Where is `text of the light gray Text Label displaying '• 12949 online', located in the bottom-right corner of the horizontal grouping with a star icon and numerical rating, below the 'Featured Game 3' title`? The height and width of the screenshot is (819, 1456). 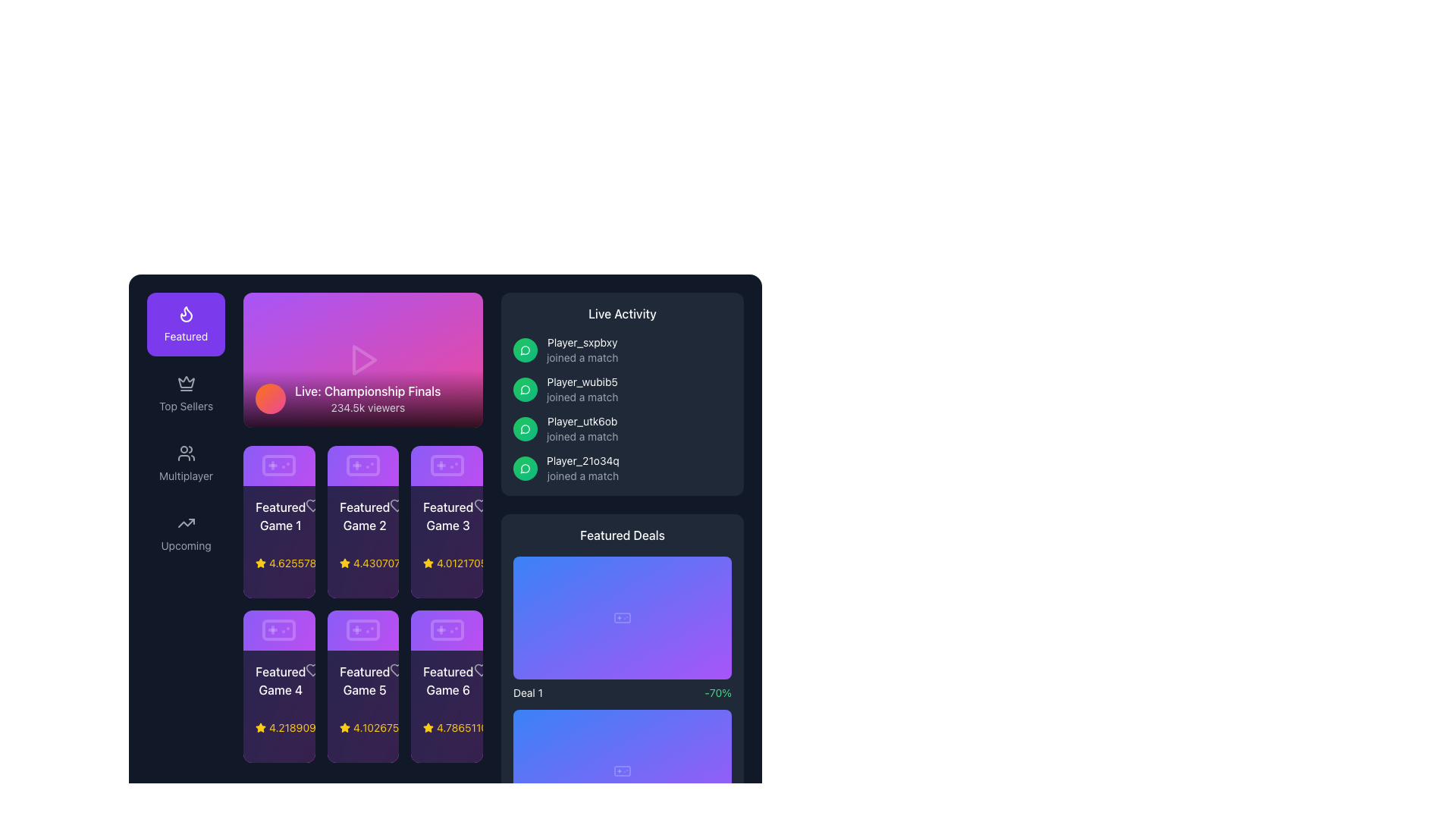
text of the light gray Text Label displaying '• 12949 online', located in the bottom-right corner of the horizontal grouping with a star icon and numerical rating, below the 'Featured Game 3' title is located at coordinates (477, 563).